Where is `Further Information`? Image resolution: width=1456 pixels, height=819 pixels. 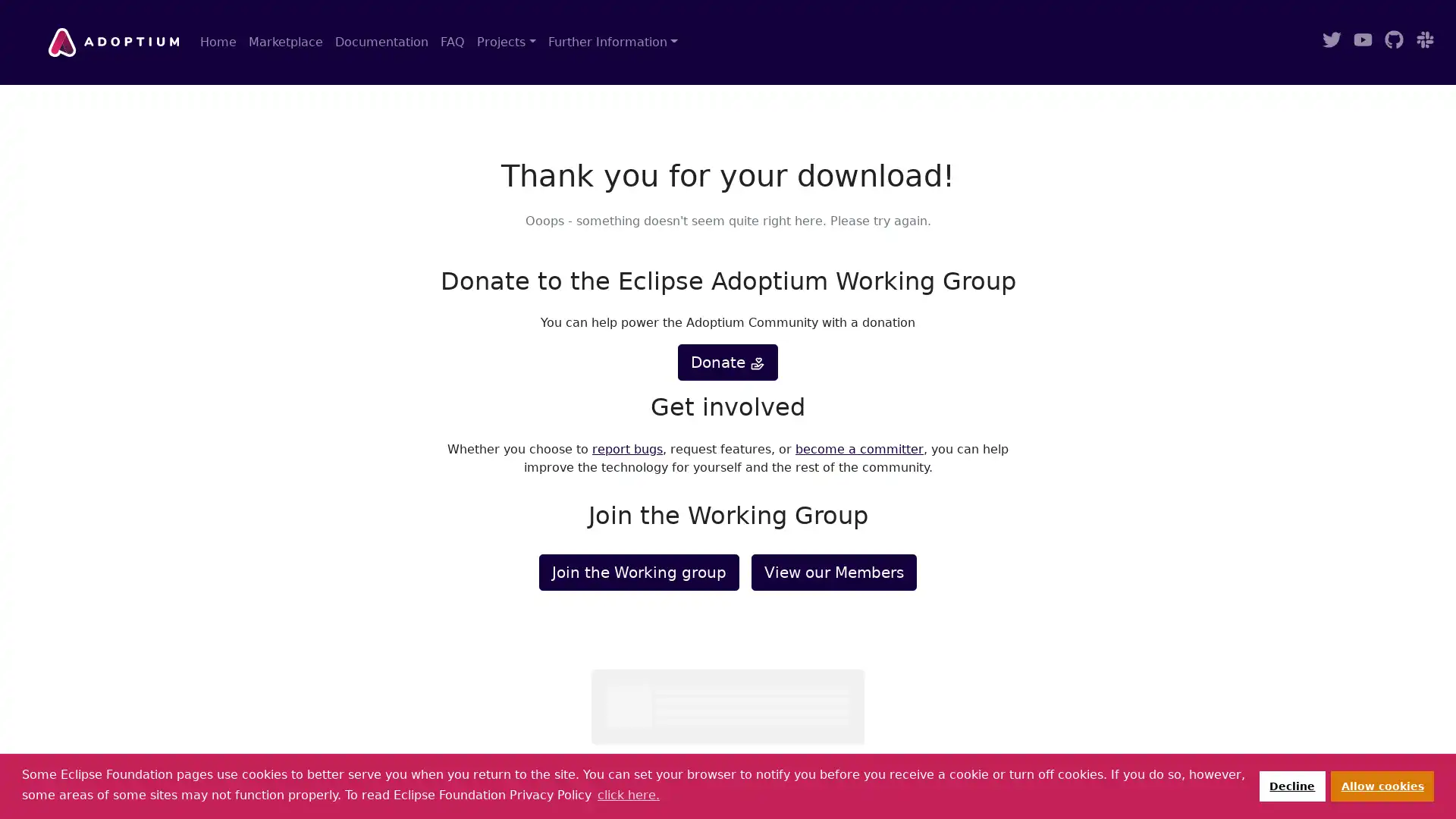 Further Information is located at coordinates (612, 42).